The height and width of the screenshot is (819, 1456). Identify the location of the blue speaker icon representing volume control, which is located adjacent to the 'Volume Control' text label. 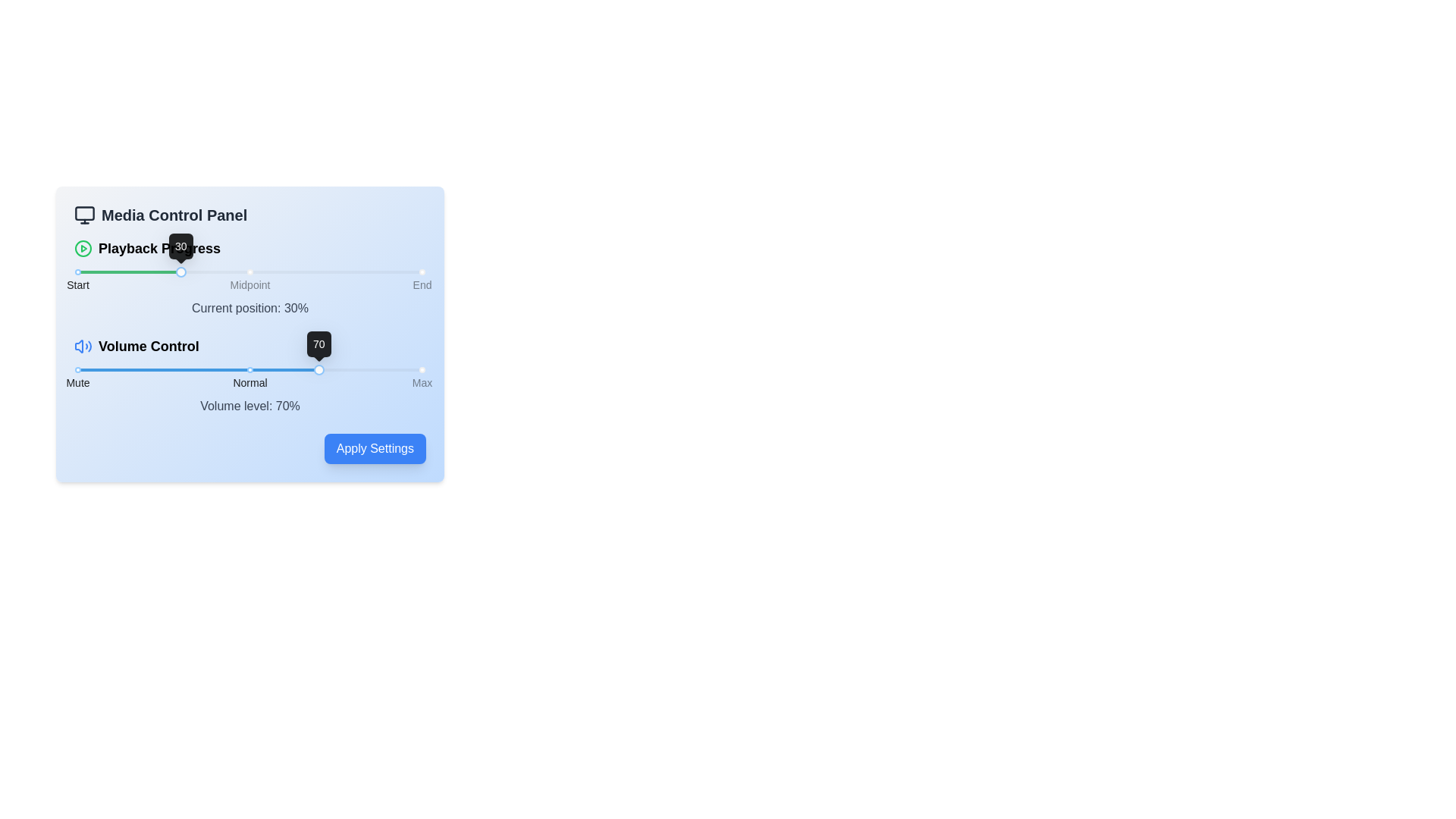
(83, 346).